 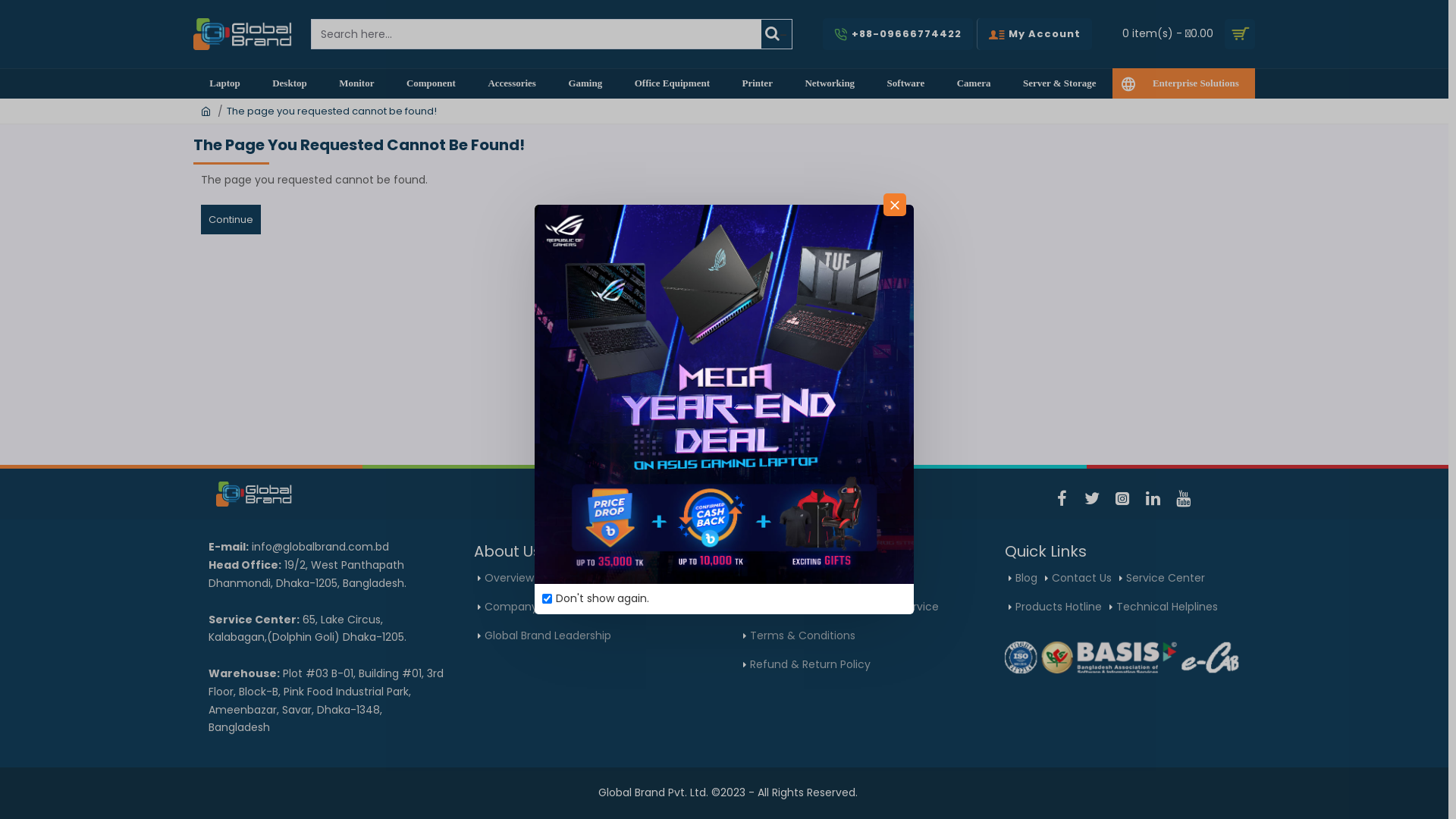 I want to click on 'Component', so click(x=431, y=83).